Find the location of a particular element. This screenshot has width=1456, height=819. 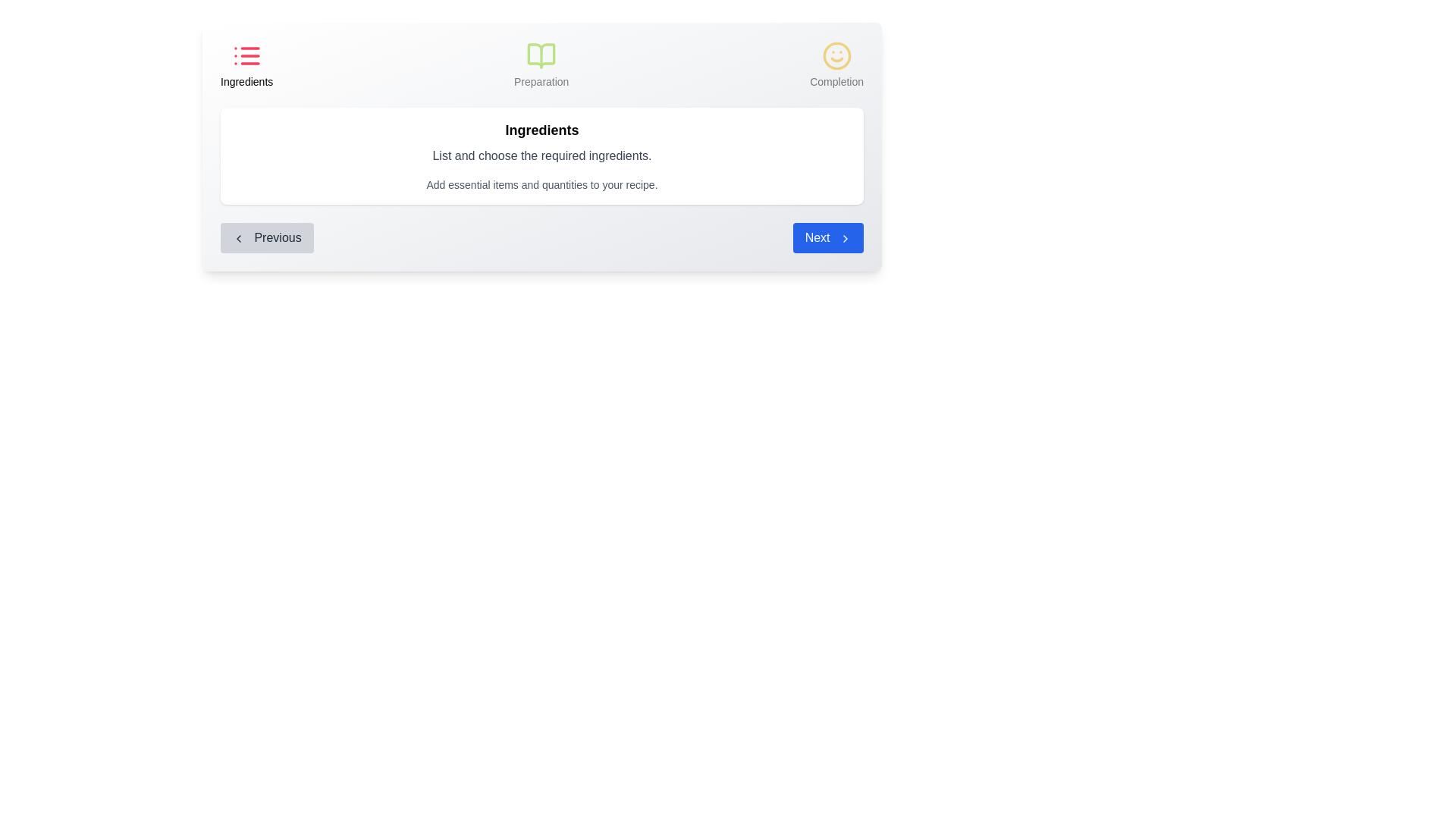

the navigation bar located at the top of the page to trigger highlight effects on the labeled steps: 'Ingredients', 'Preparation', and 'Completion' is located at coordinates (542, 64).